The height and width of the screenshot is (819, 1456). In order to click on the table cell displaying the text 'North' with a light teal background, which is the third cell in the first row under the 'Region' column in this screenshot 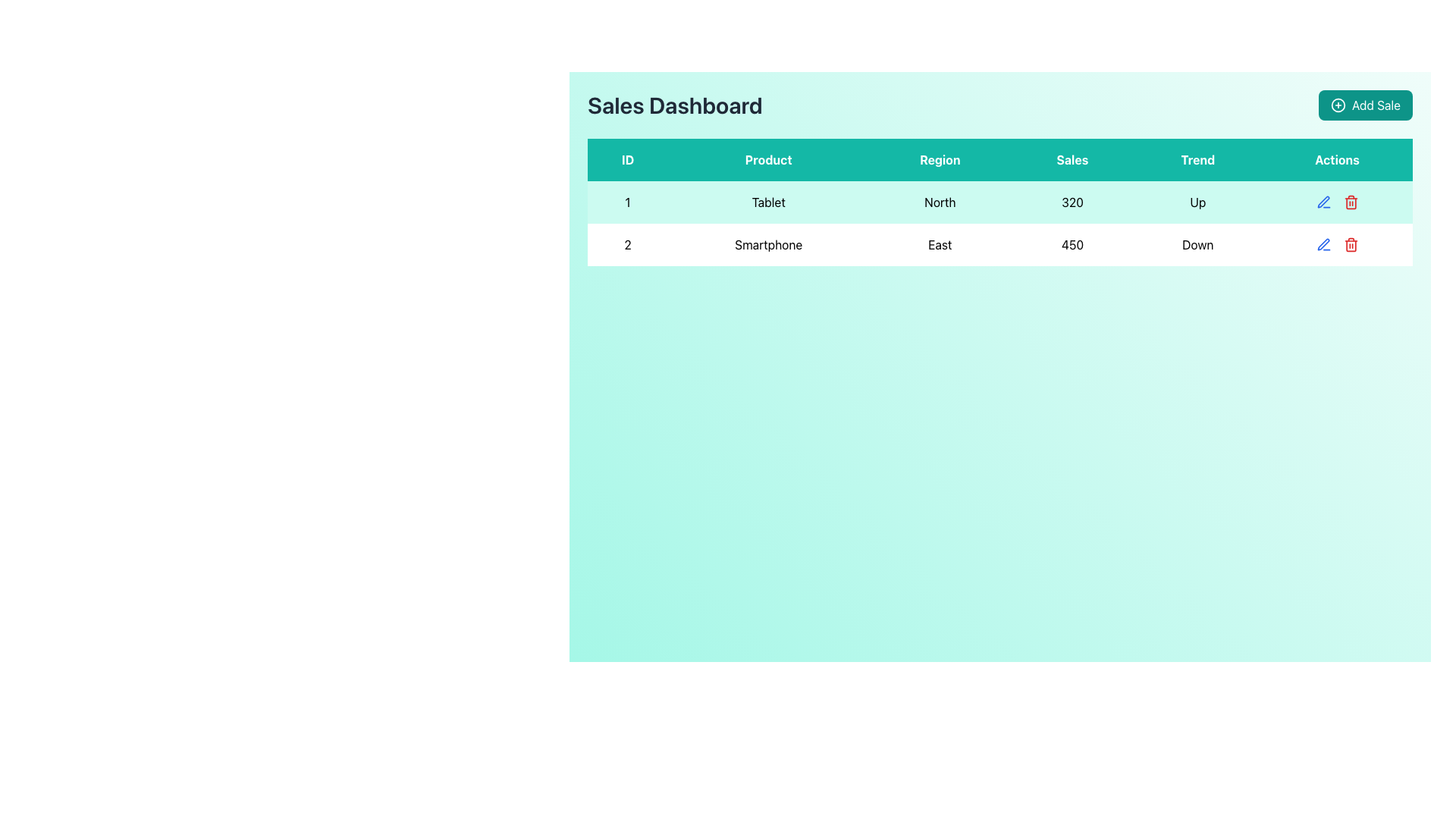, I will do `click(939, 201)`.